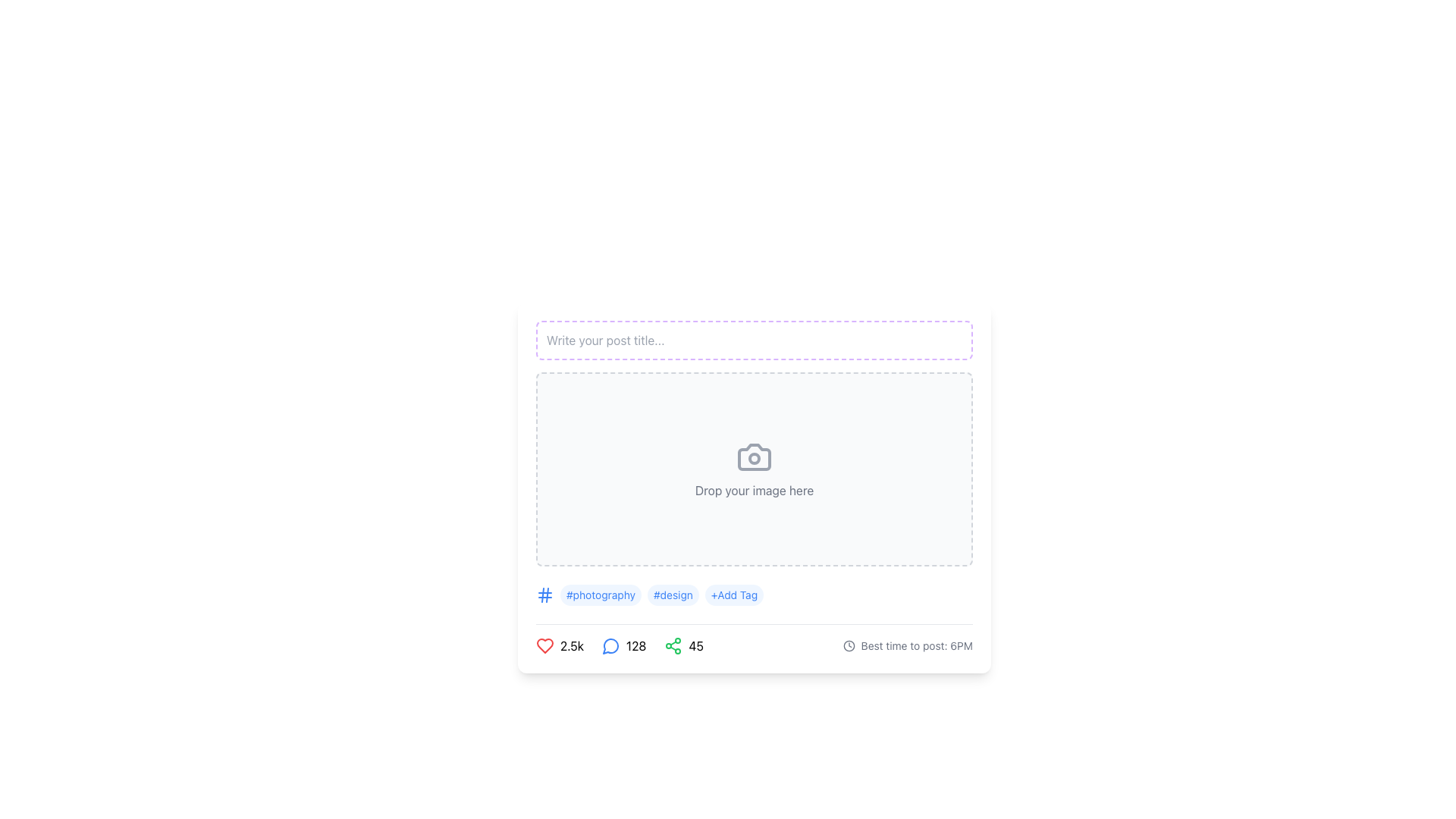  I want to click on the clock icon that indicates the concept of timing, located to the immediate left of the text 'Best time to post: 6PM', so click(848, 646).